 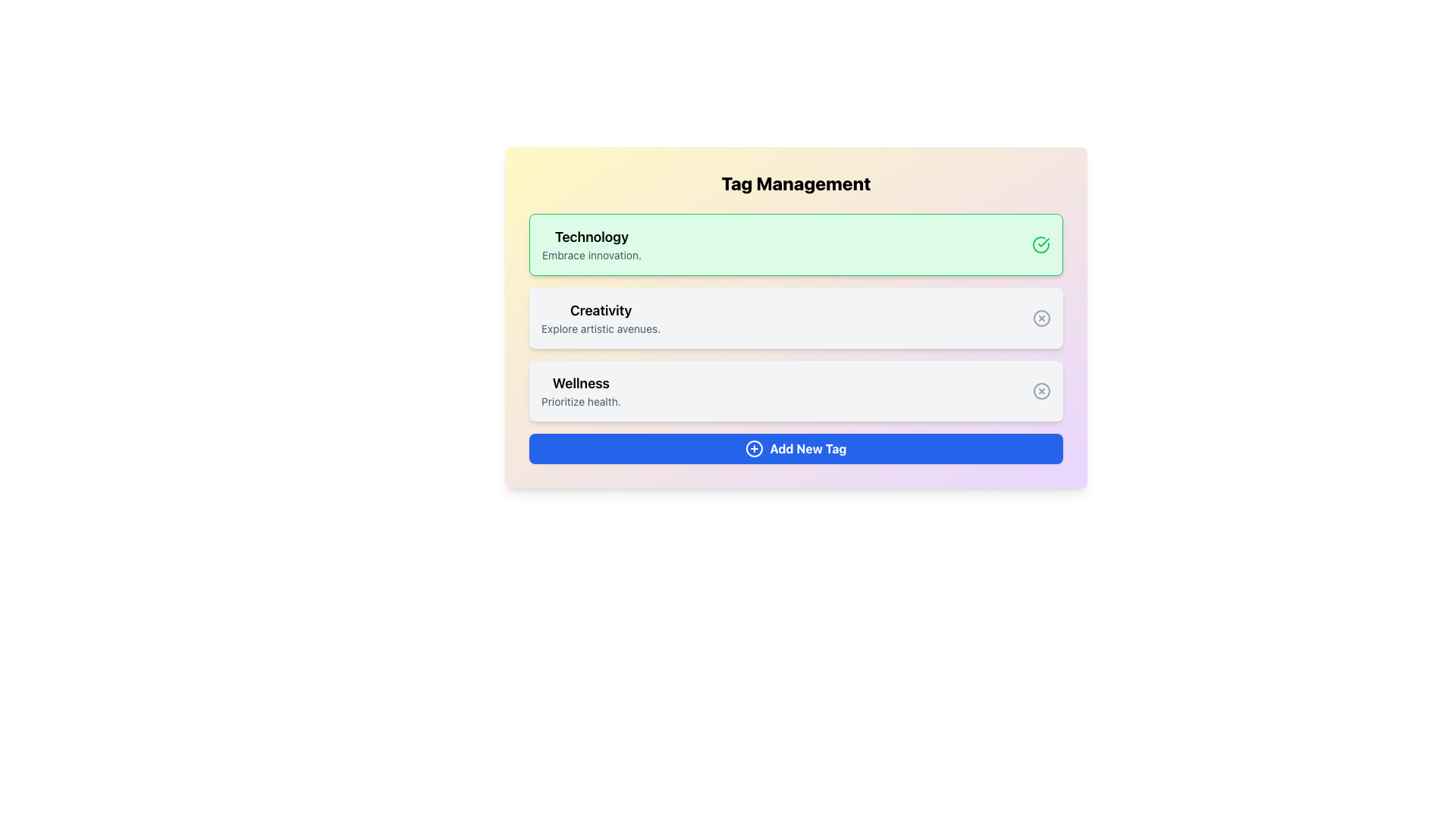 I want to click on the SVG Circle Element that serves as the outer boundary of the cancel icon, positioned adjacent to the 'Creativity' tag entry, so click(x=1040, y=318).